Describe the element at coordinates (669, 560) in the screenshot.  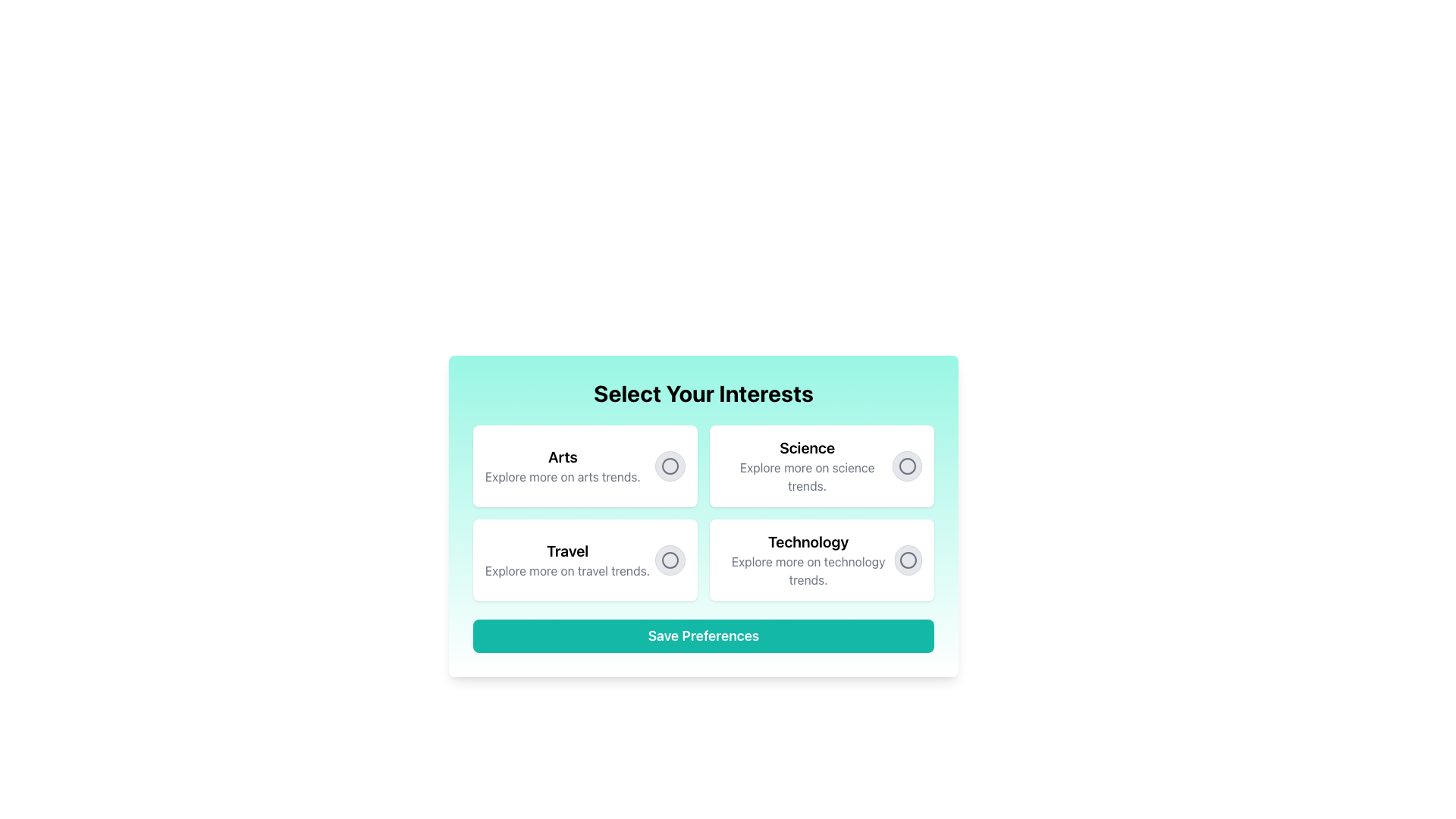
I see `the radio button for the 'Travel' category located in the bottom-left card` at that location.